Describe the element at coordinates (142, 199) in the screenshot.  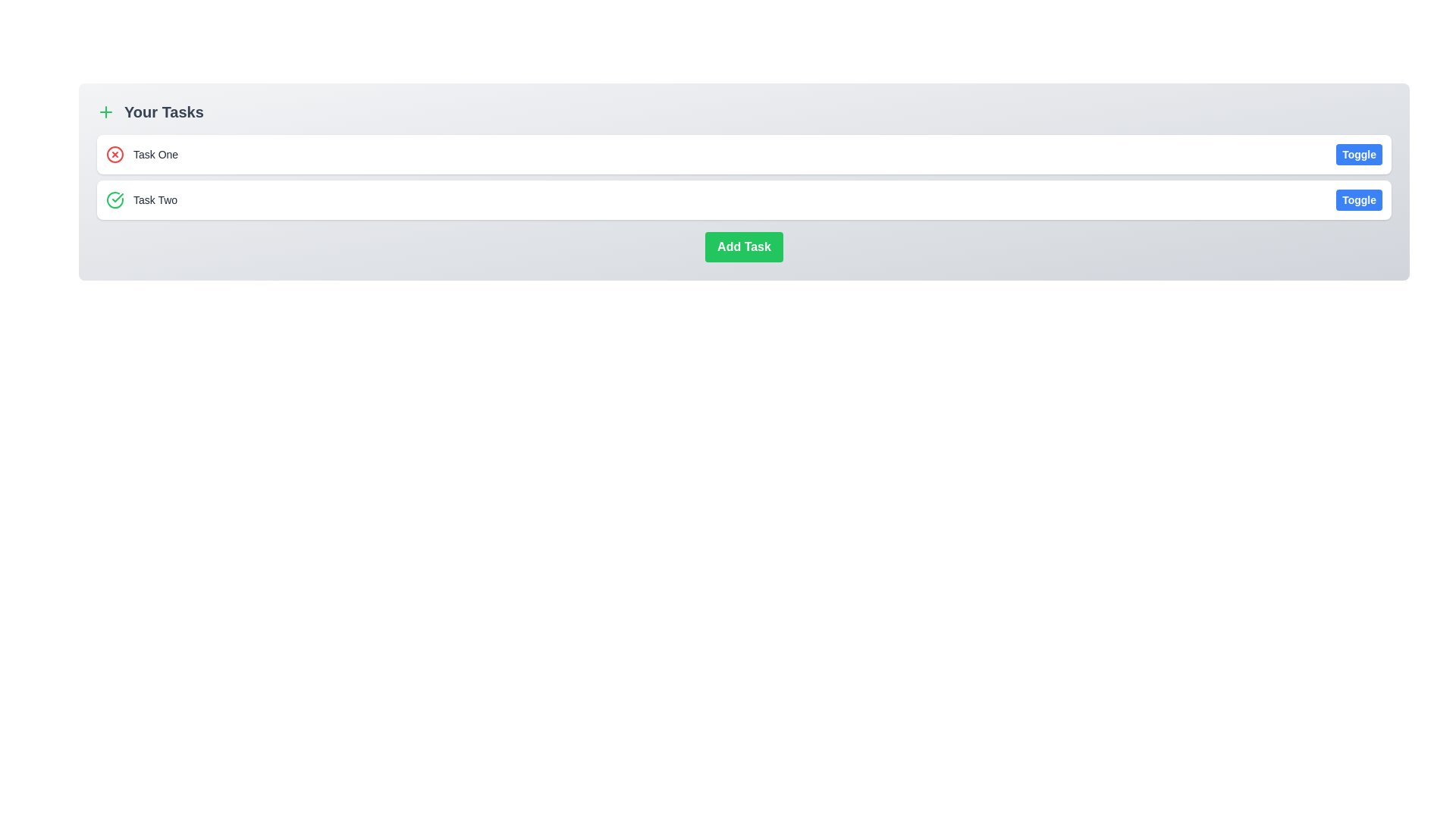
I see `text label 'Task Two' which is displayed within the second task row of the task list, located to the right of the green checkmark icon` at that location.